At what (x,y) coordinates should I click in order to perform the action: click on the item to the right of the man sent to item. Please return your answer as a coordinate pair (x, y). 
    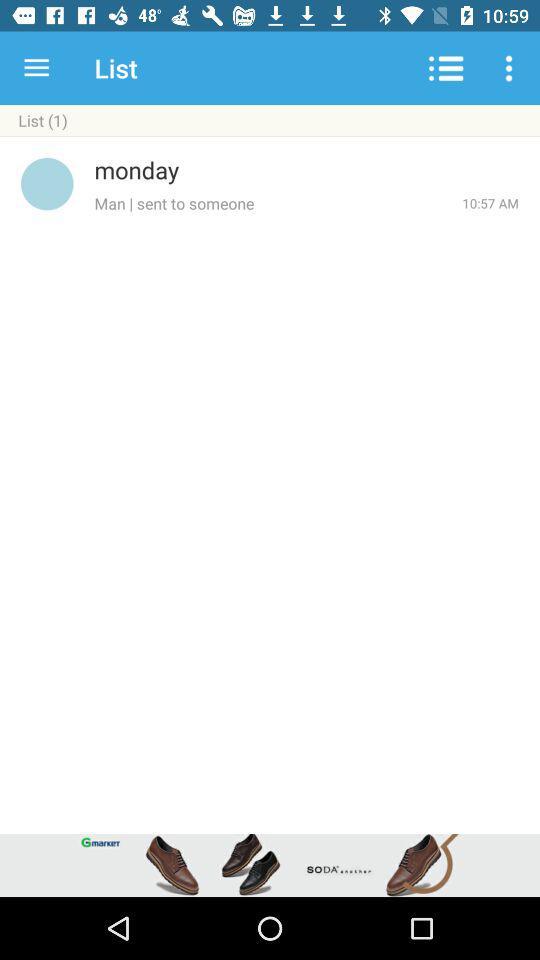
    Looking at the image, I should click on (489, 203).